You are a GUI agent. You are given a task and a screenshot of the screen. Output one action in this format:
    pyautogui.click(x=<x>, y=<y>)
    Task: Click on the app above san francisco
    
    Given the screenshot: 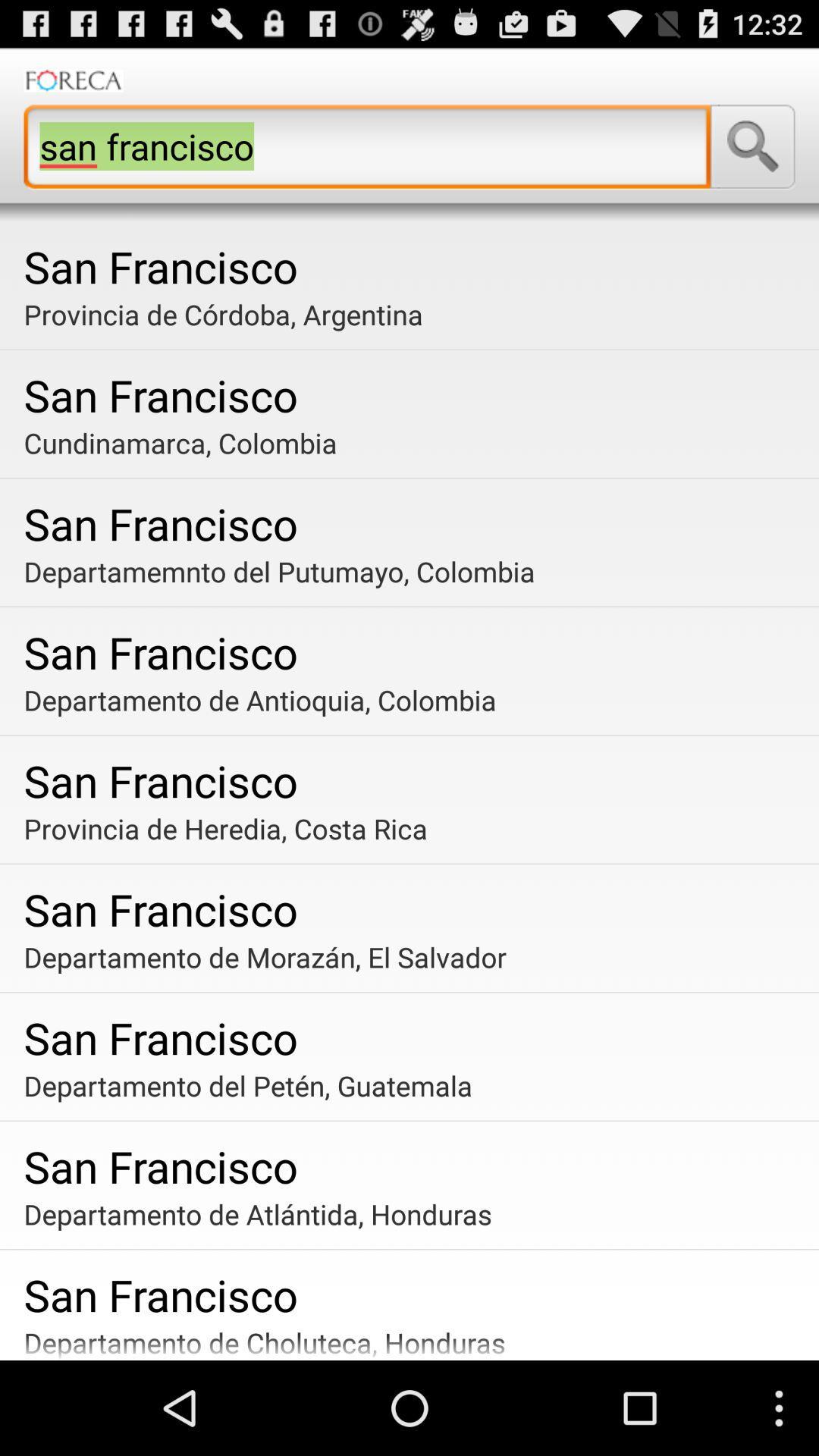 What is the action you would take?
    pyautogui.click(x=752, y=146)
    